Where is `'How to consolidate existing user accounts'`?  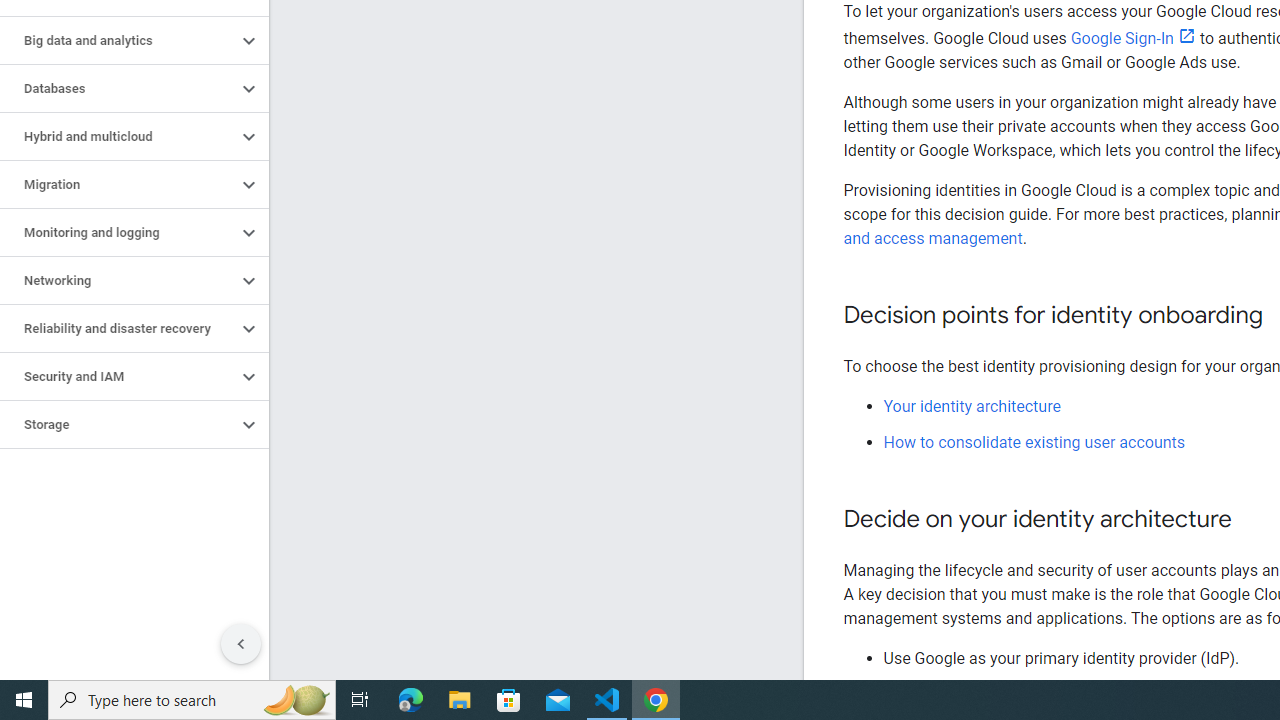
'How to consolidate existing user accounts' is located at coordinates (1034, 441).